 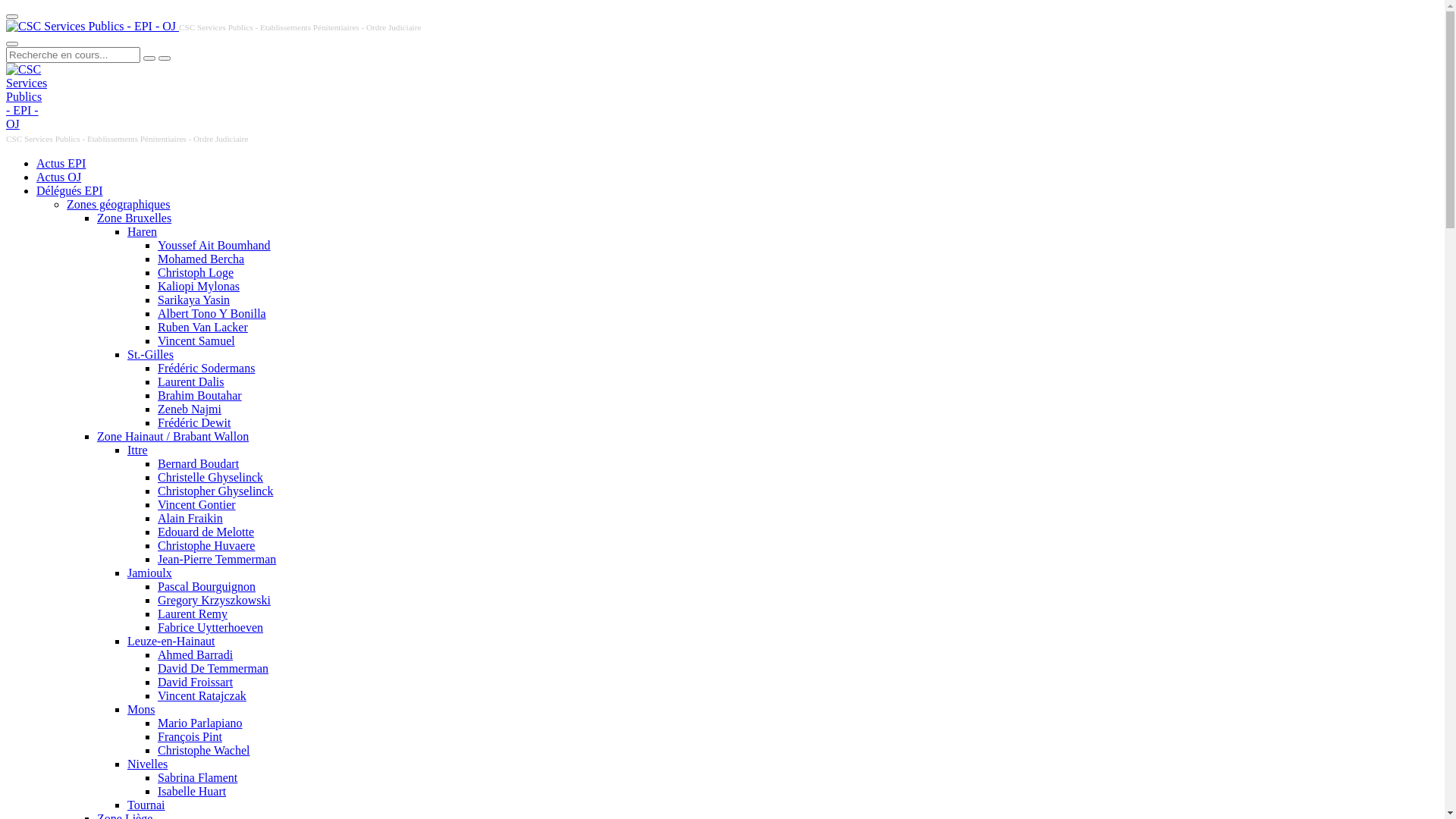 I want to click on 'Zone Bruxelles', so click(x=134, y=218).